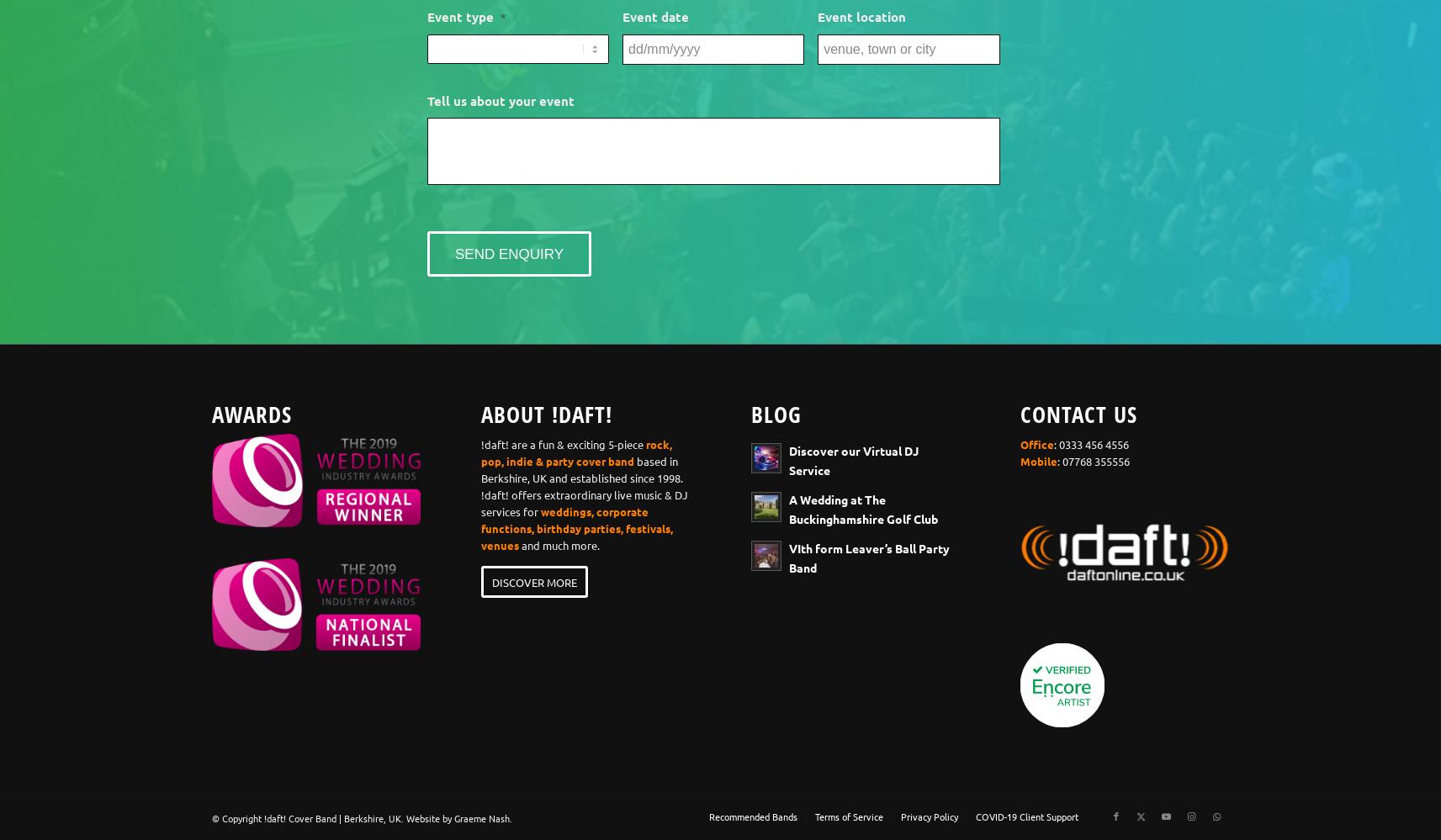 The image size is (1441, 840). Describe the element at coordinates (1093, 460) in the screenshot. I see `': 07768 355556'` at that location.